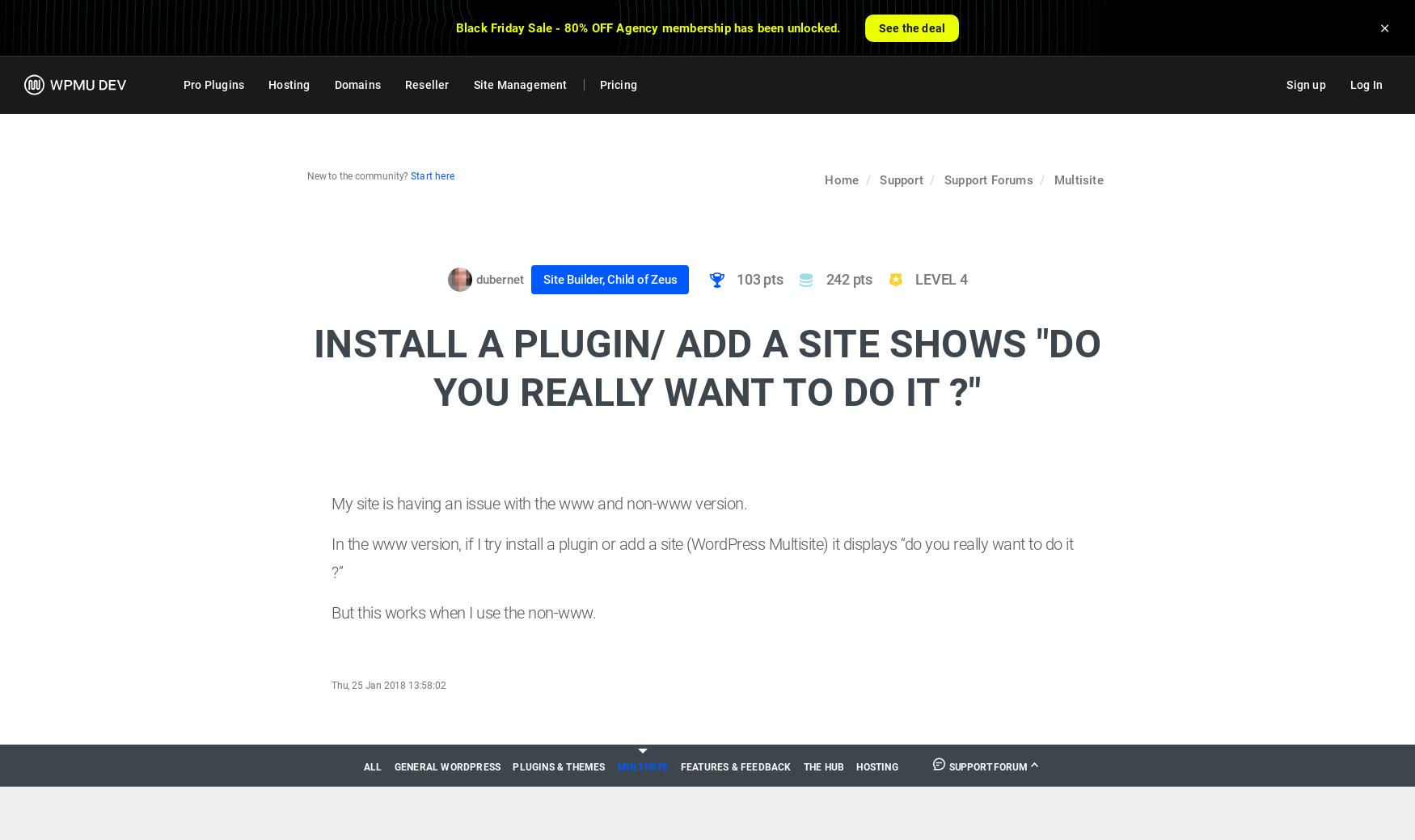  What do you see at coordinates (822, 766) in the screenshot?
I see `'The Hub'` at bounding box center [822, 766].